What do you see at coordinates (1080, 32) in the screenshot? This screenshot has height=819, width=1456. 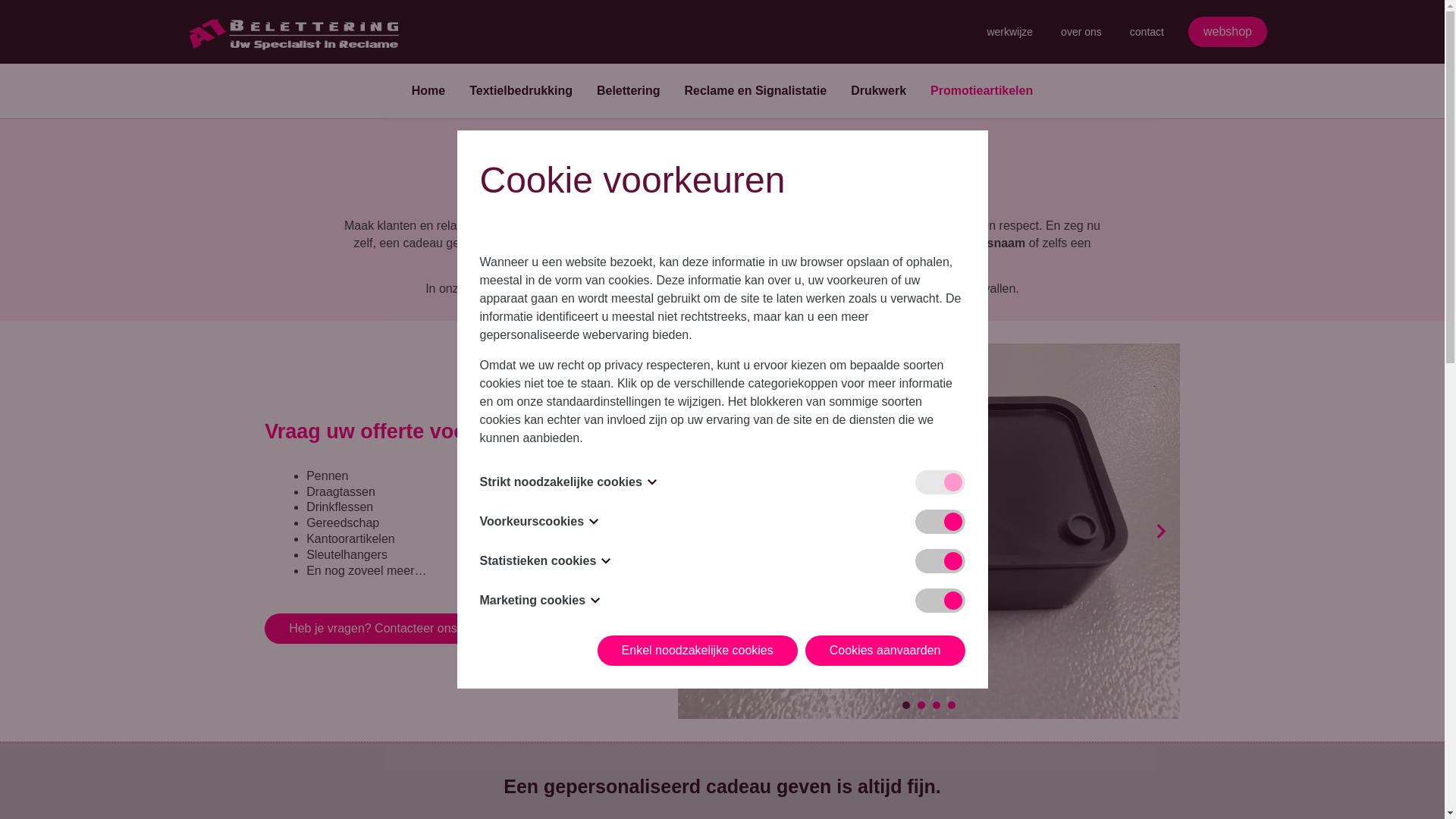 I see `'over ons'` at bounding box center [1080, 32].